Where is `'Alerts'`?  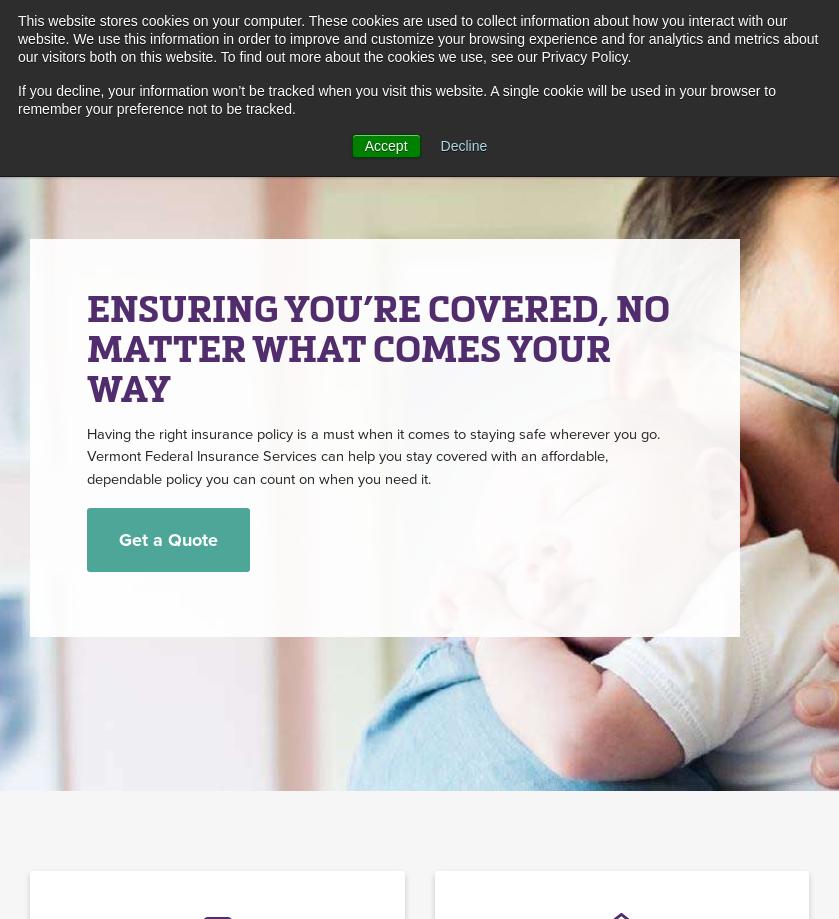 'Alerts' is located at coordinates (406, 15).